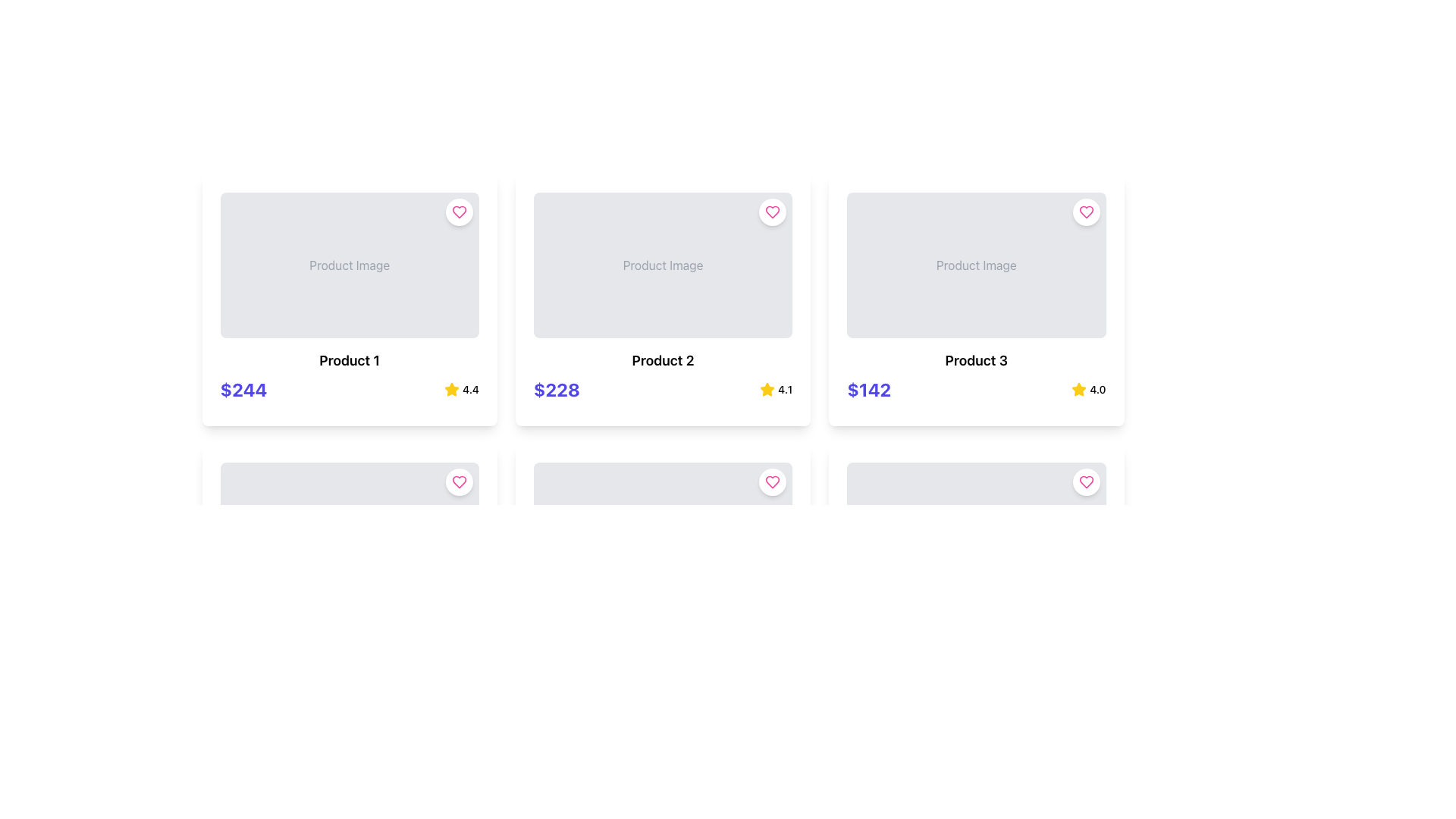  I want to click on the heart-shaped like button located in the top-right corner of the third product card, so click(1085, 482).